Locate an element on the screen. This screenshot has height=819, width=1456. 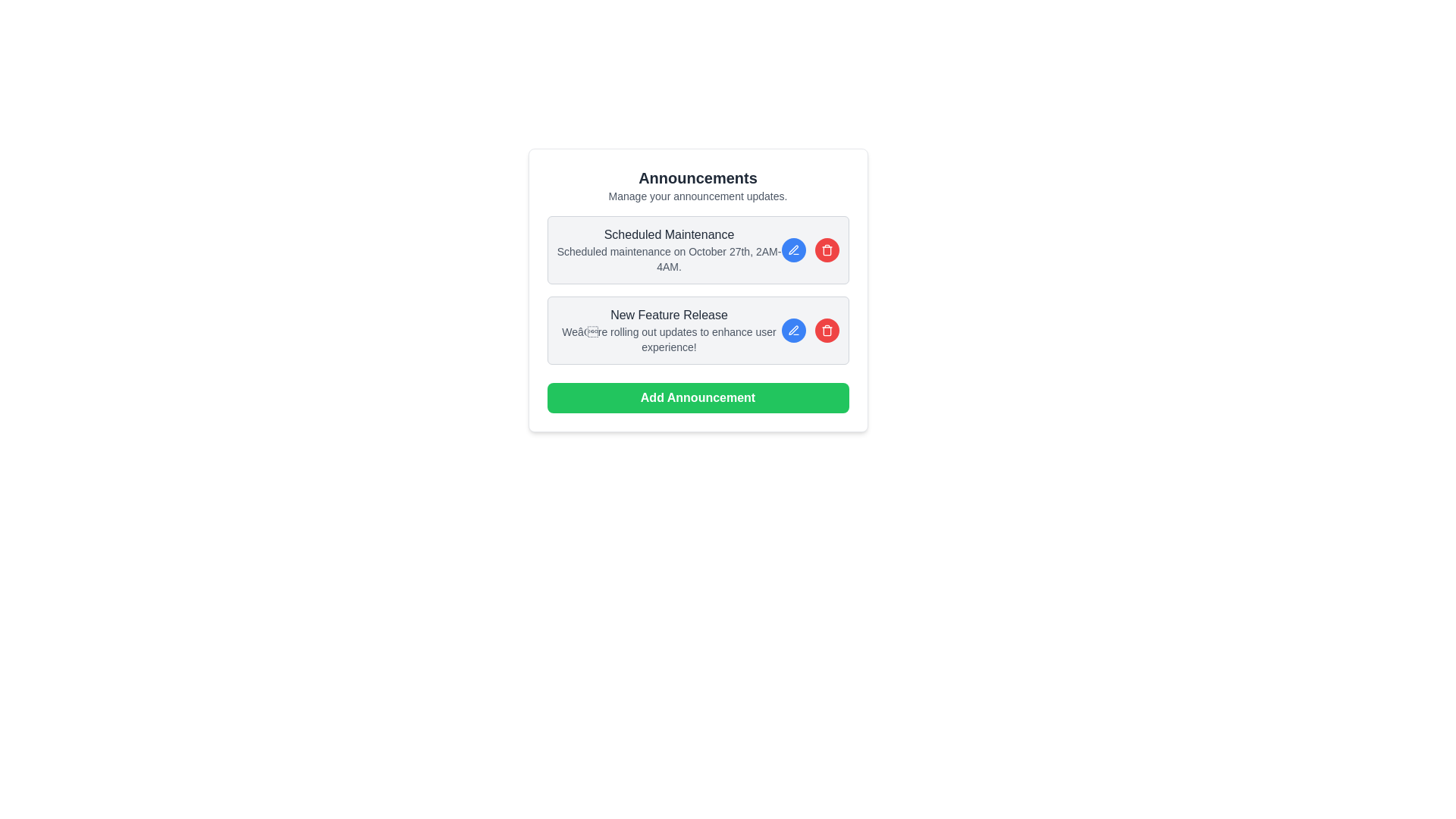
the Text Label displaying 'Scheduled maintenance on October 27th, 2AM-4AM.' which is positioned below the title 'Scheduled Maintenance' and above the announcement panel is located at coordinates (668, 259).